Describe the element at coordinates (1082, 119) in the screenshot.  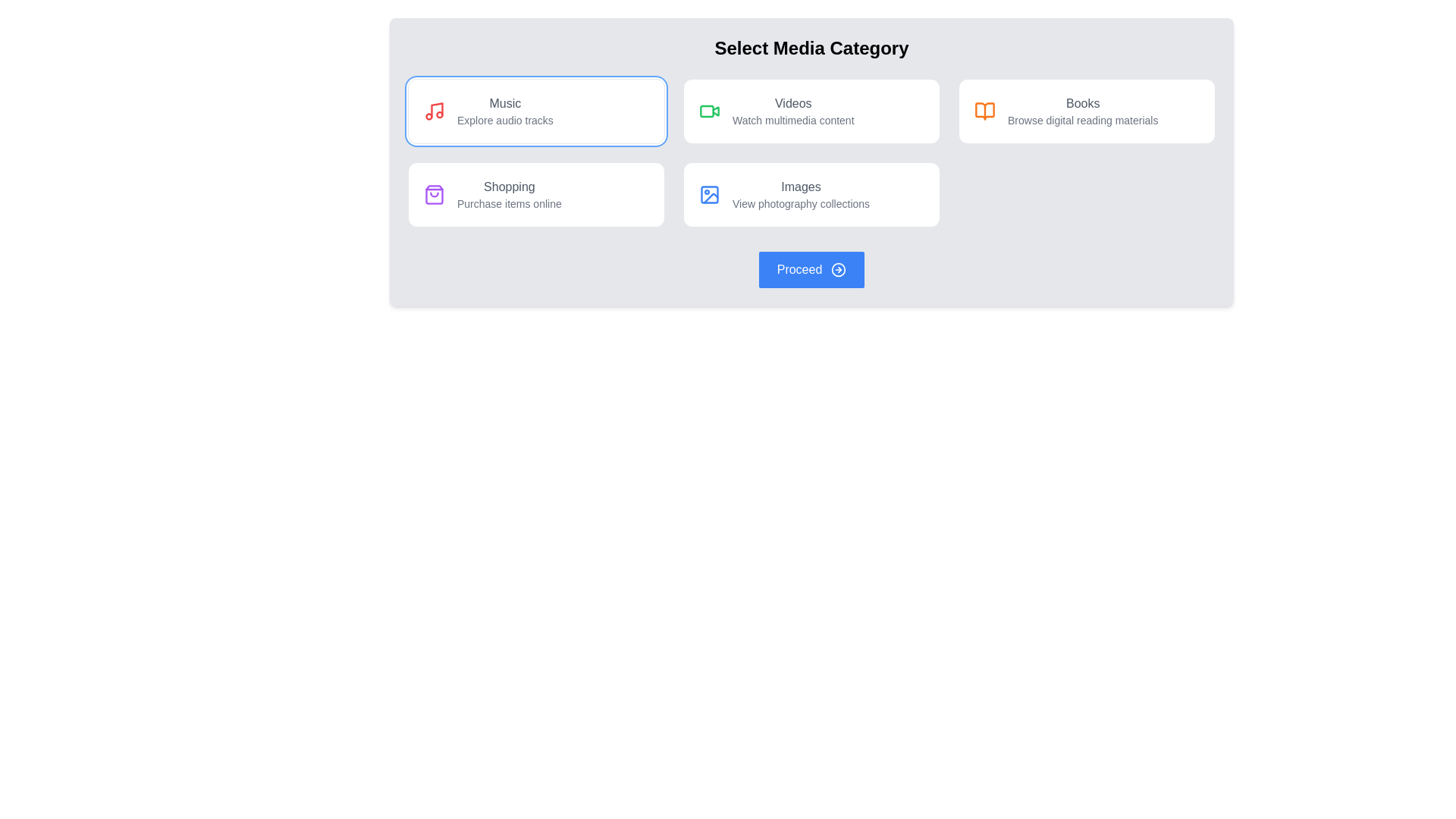
I see `the text label that says 'Browse digital reading materials', which is located below the 'Books' label in the 'Select Media Category' interface` at that location.